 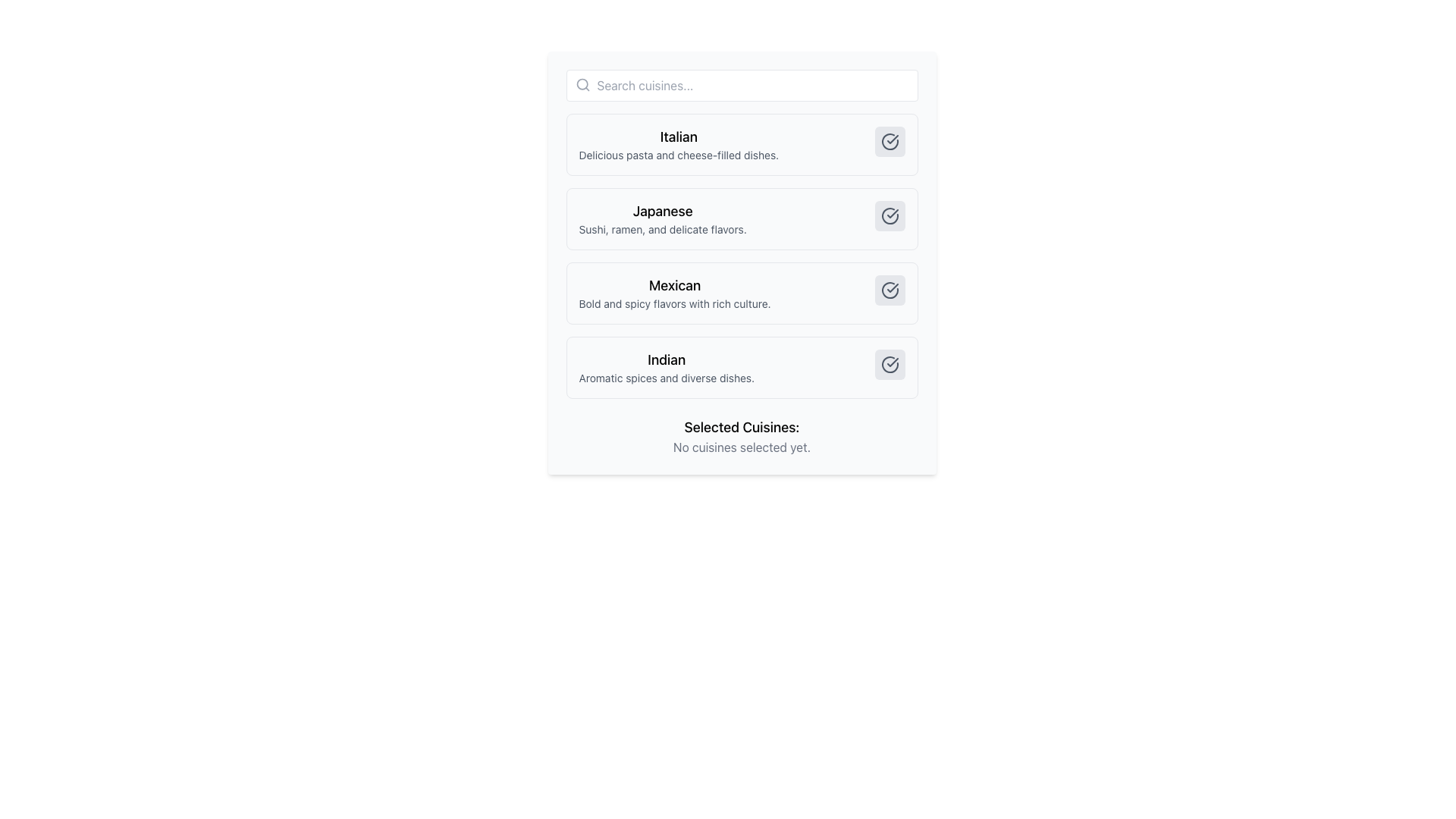 What do you see at coordinates (663, 219) in the screenshot?
I see `the Text Display element that shows the title 'Japanese' and describes 'Sushi, ramen, and delicate flavors.'` at bounding box center [663, 219].